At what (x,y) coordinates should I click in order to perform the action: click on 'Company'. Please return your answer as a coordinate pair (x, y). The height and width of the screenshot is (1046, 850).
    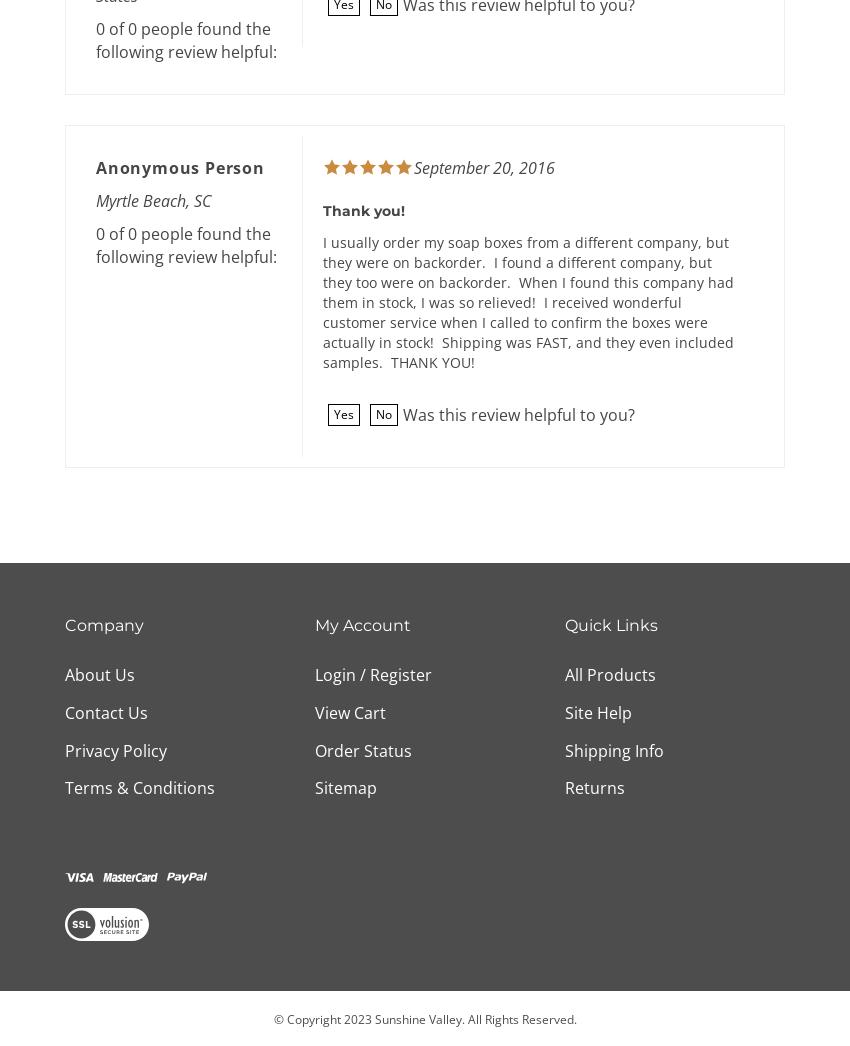
    Looking at the image, I should click on (103, 624).